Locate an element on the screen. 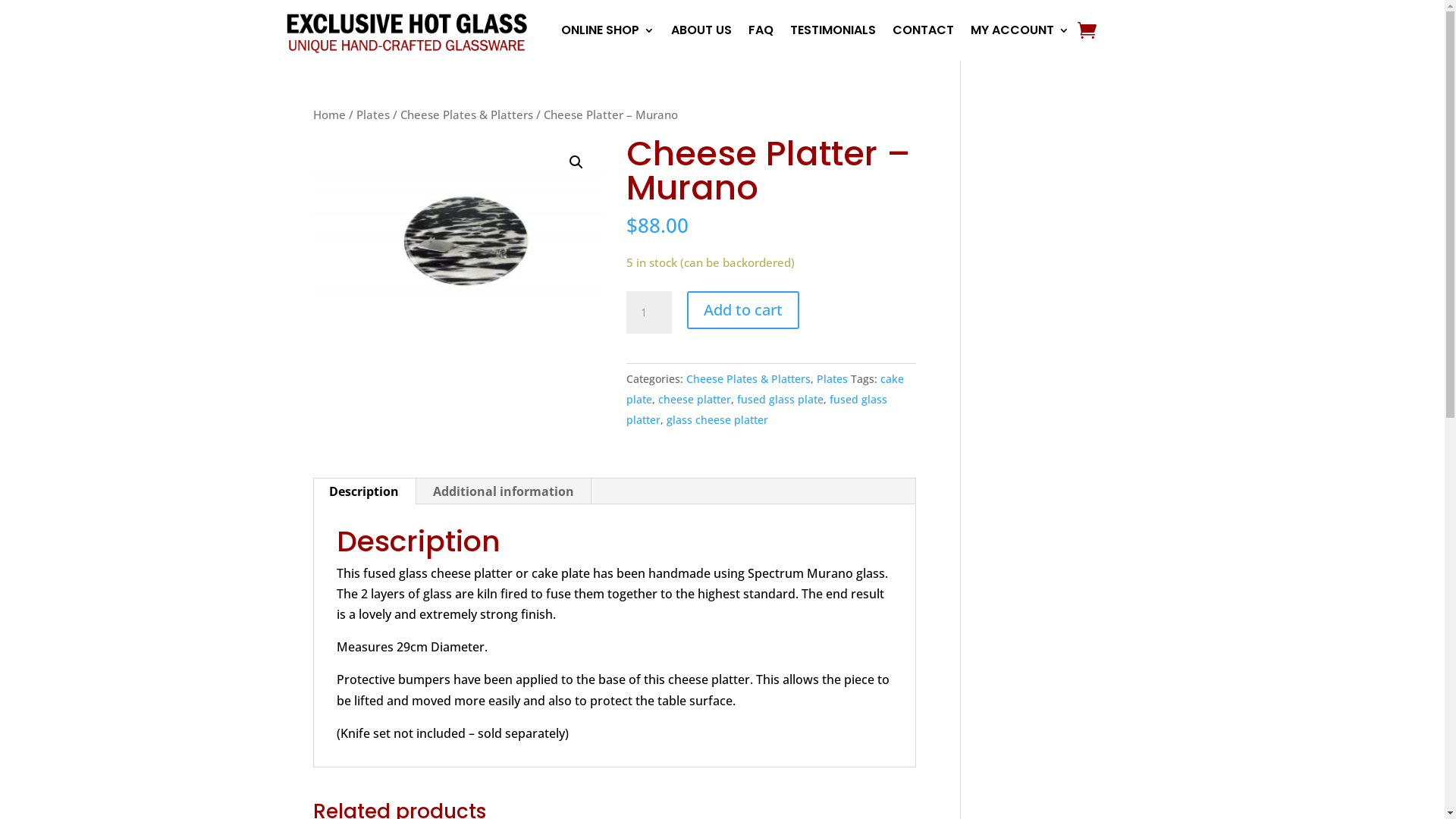 The image size is (1456, 819). 'Additional information' is located at coordinates (502, 491).